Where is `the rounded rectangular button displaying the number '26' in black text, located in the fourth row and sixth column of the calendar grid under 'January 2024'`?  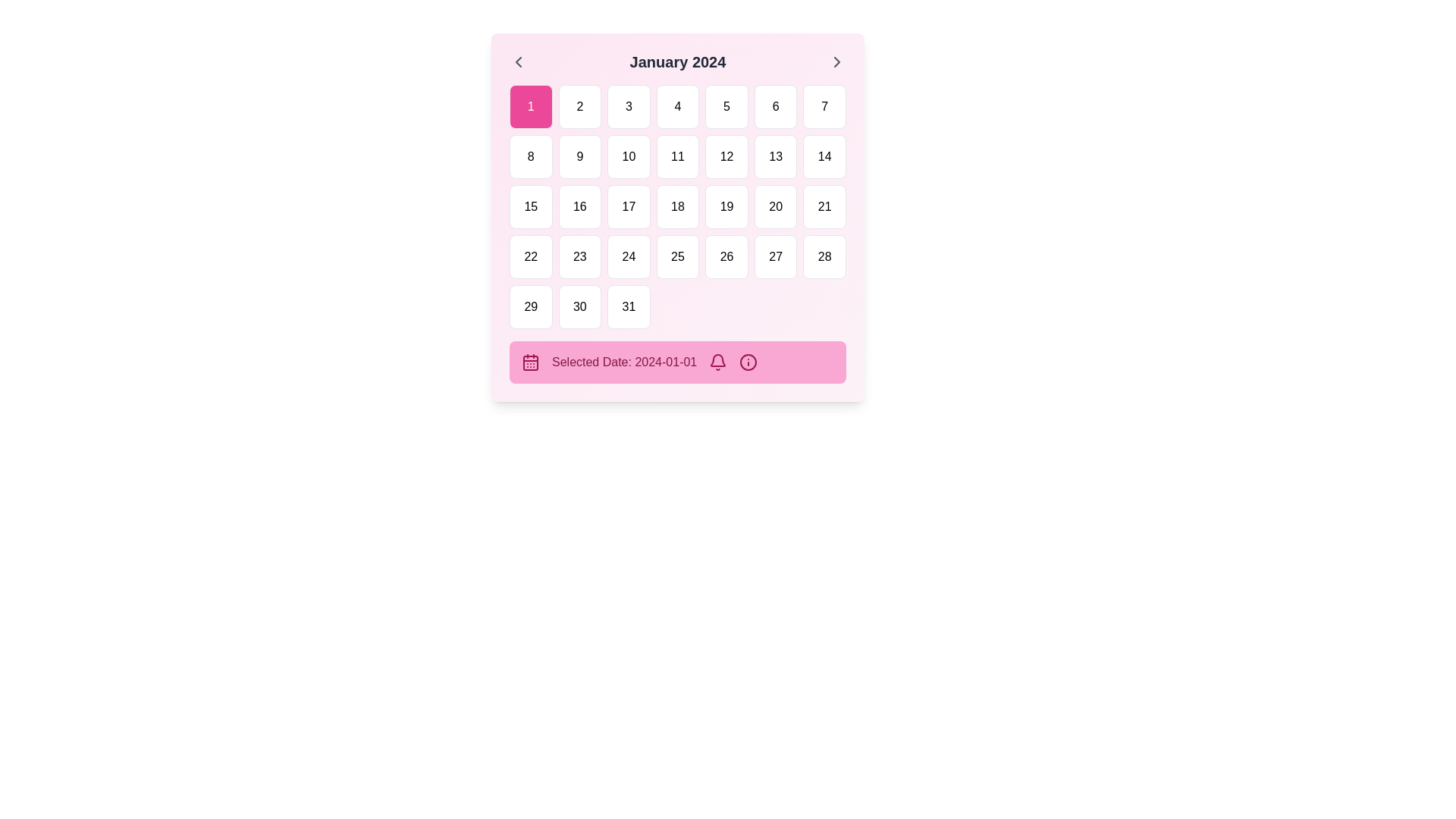
the rounded rectangular button displaying the number '26' in black text, located in the fourth row and sixth column of the calendar grid under 'January 2024' is located at coordinates (726, 256).